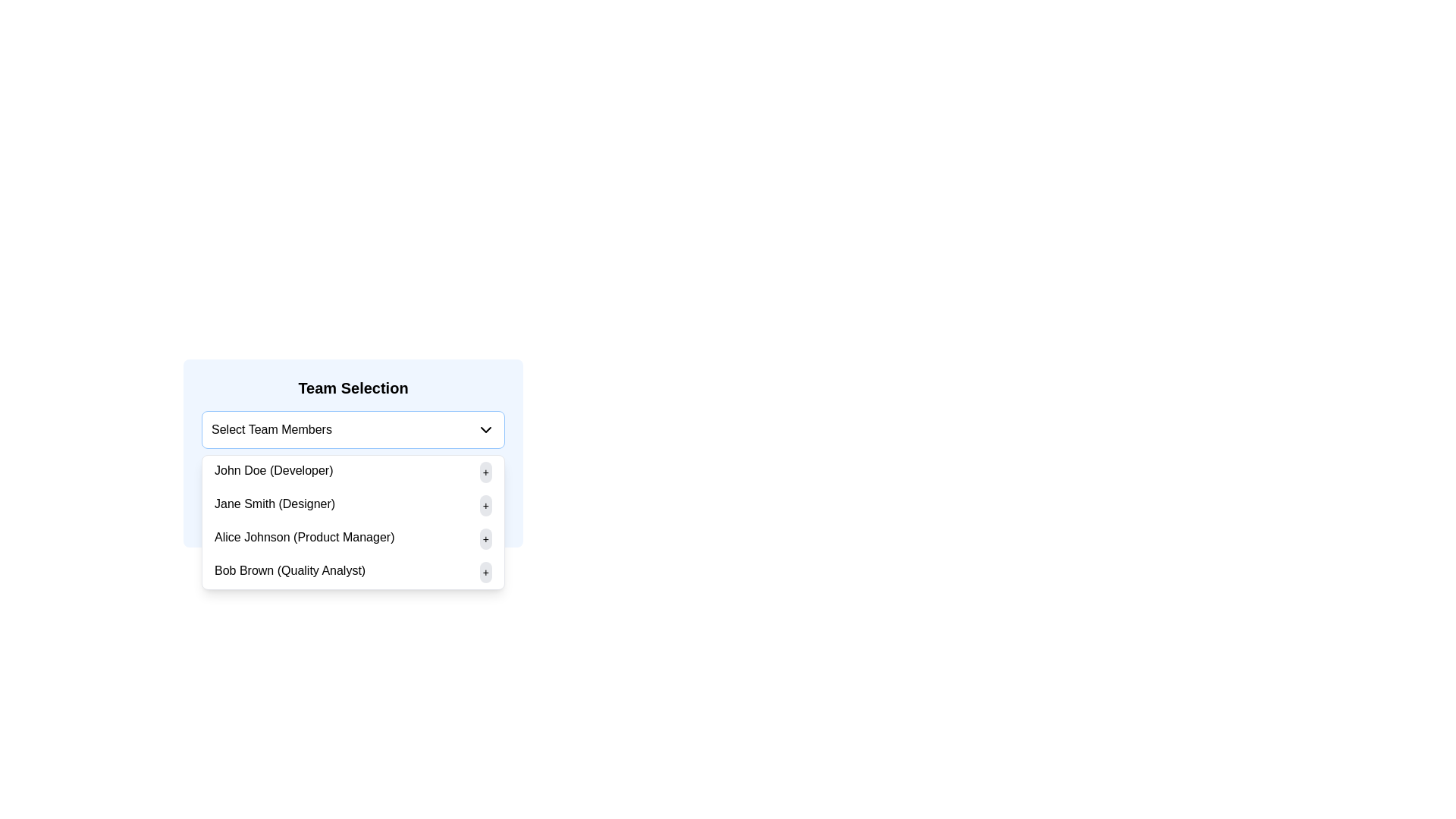  Describe the element at coordinates (485, 573) in the screenshot. I see `the small circular button with a '+' symbol, which has a light gray background and is located to the right of 'Bob Brown (Quality Analyst)' in the fourth row` at that location.